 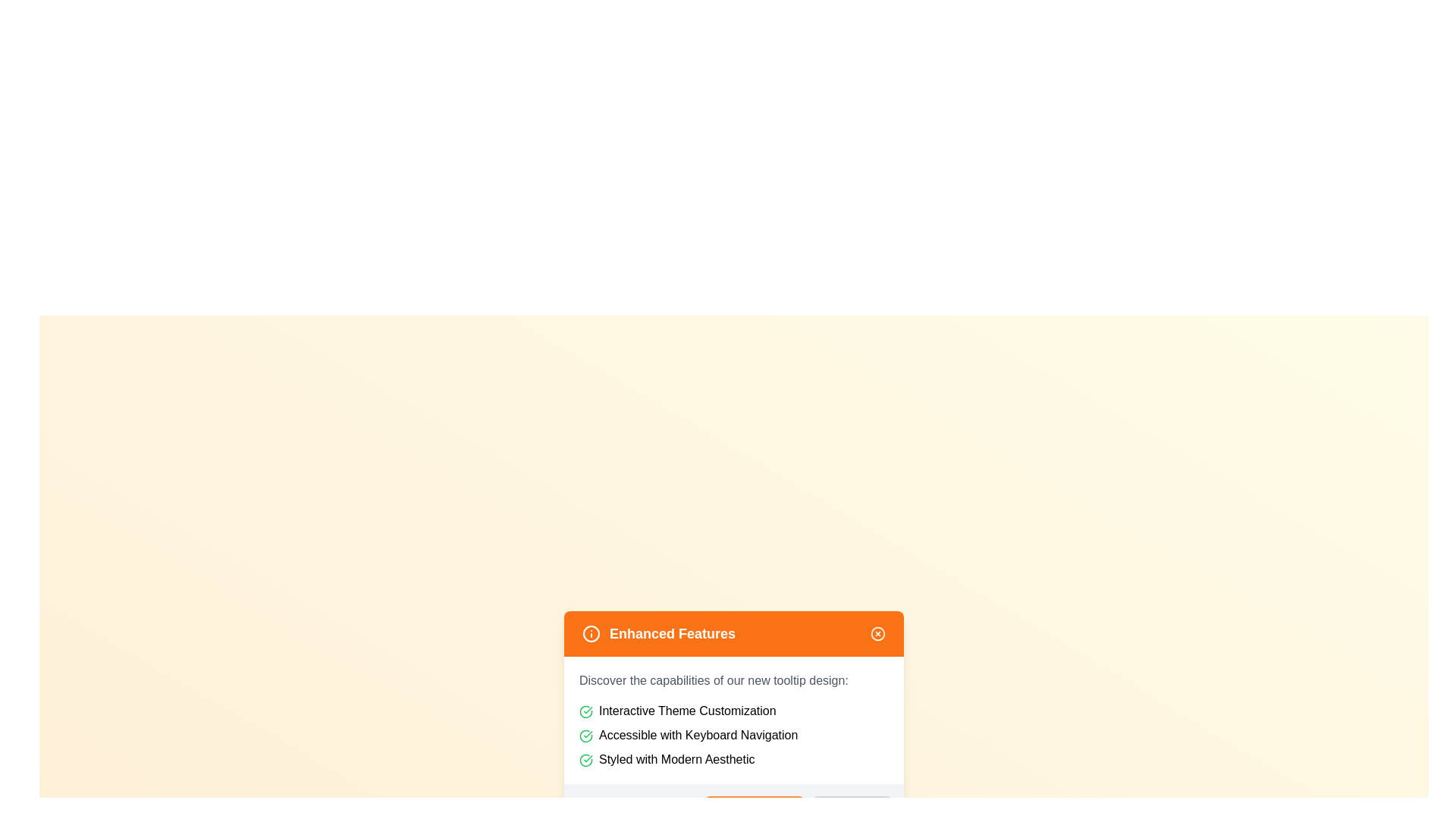 What do you see at coordinates (590, 634) in the screenshot?
I see `the circular icon in the top-left corner of the orange header bar labeled 'Enhanced Features'` at bounding box center [590, 634].